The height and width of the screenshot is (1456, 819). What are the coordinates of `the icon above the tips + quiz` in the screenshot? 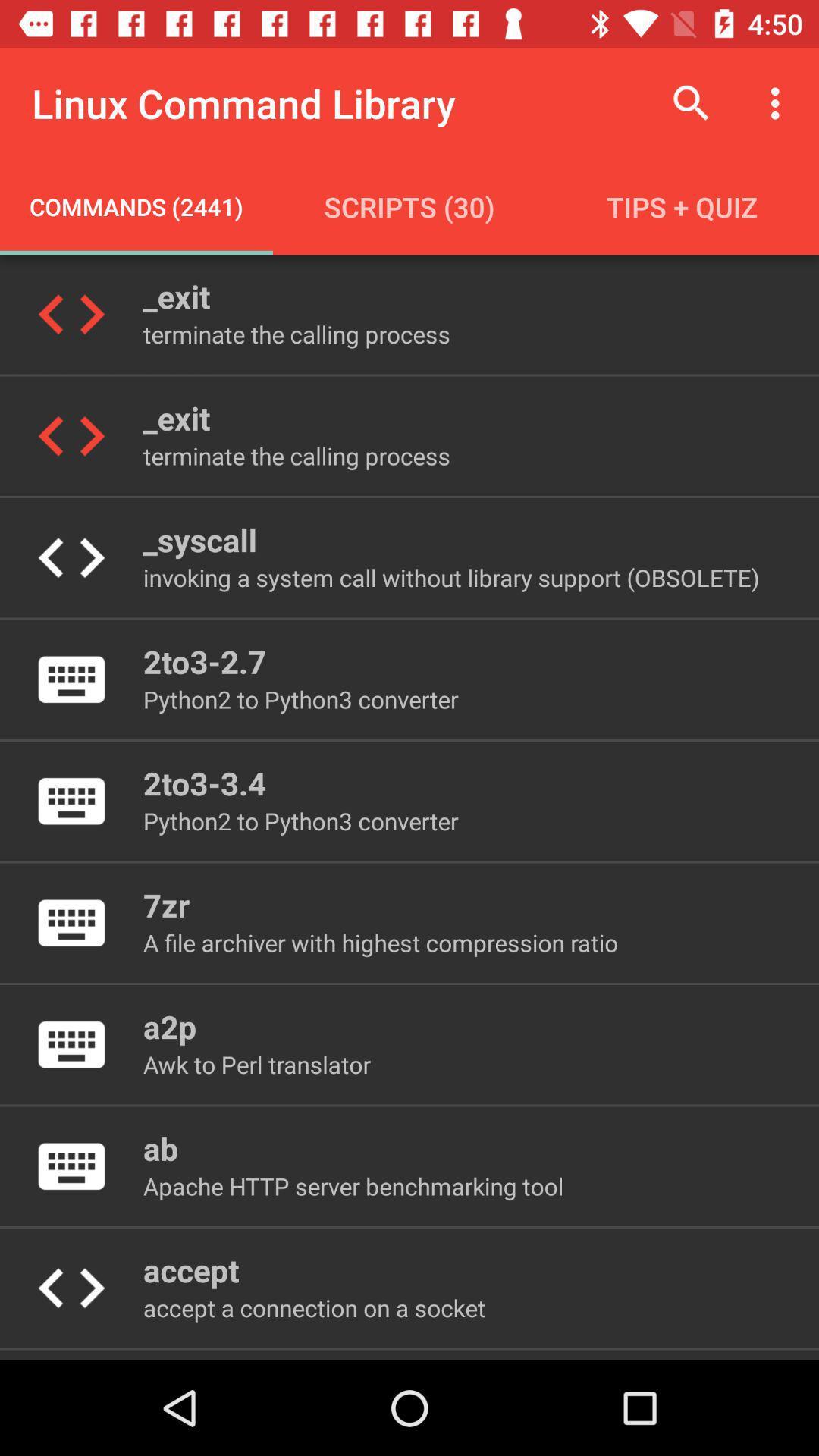 It's located at (779, 102).